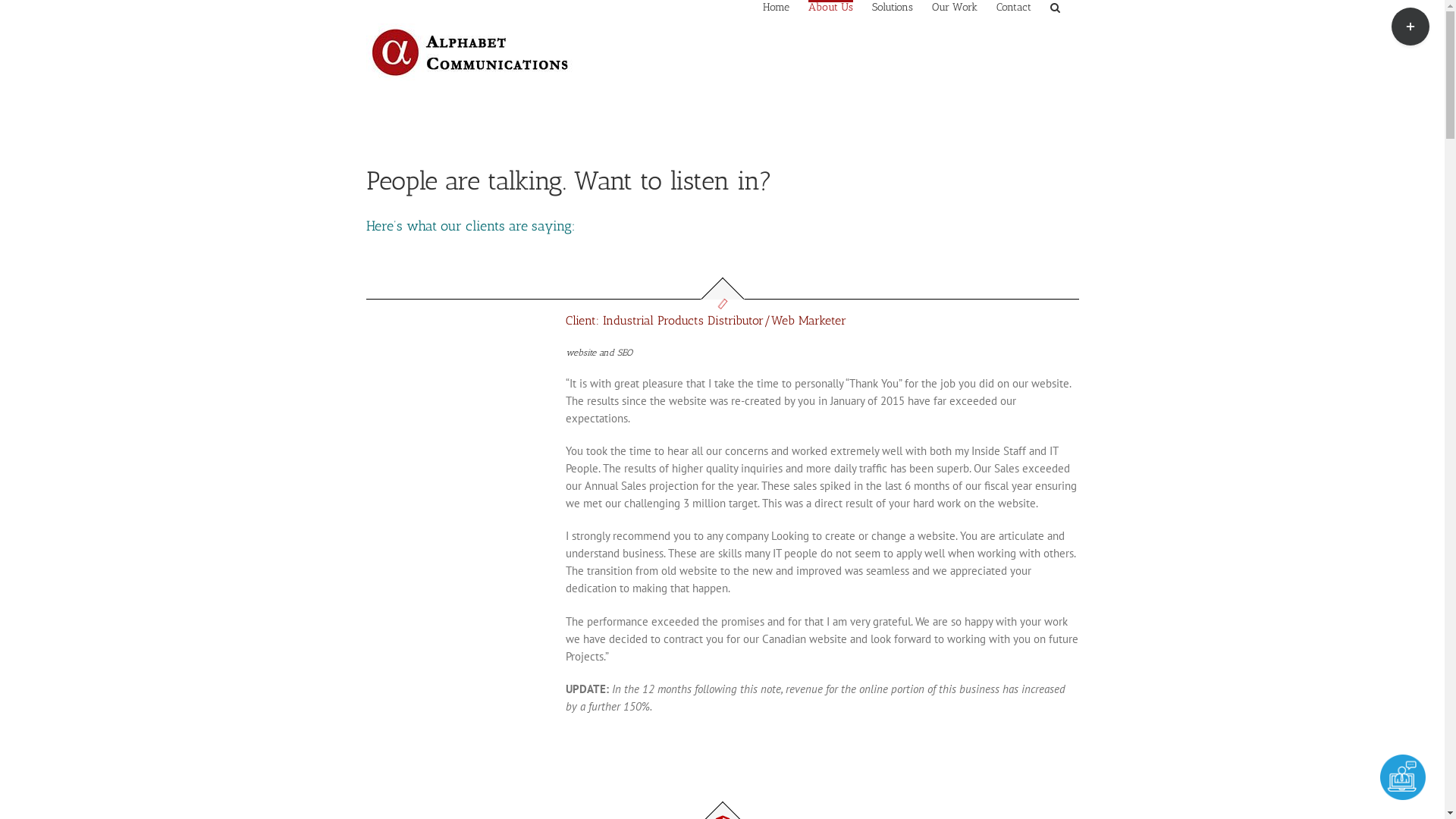 This screenshot has height=819, width=1456. I want to click on 'About Us', so click(807, 6).